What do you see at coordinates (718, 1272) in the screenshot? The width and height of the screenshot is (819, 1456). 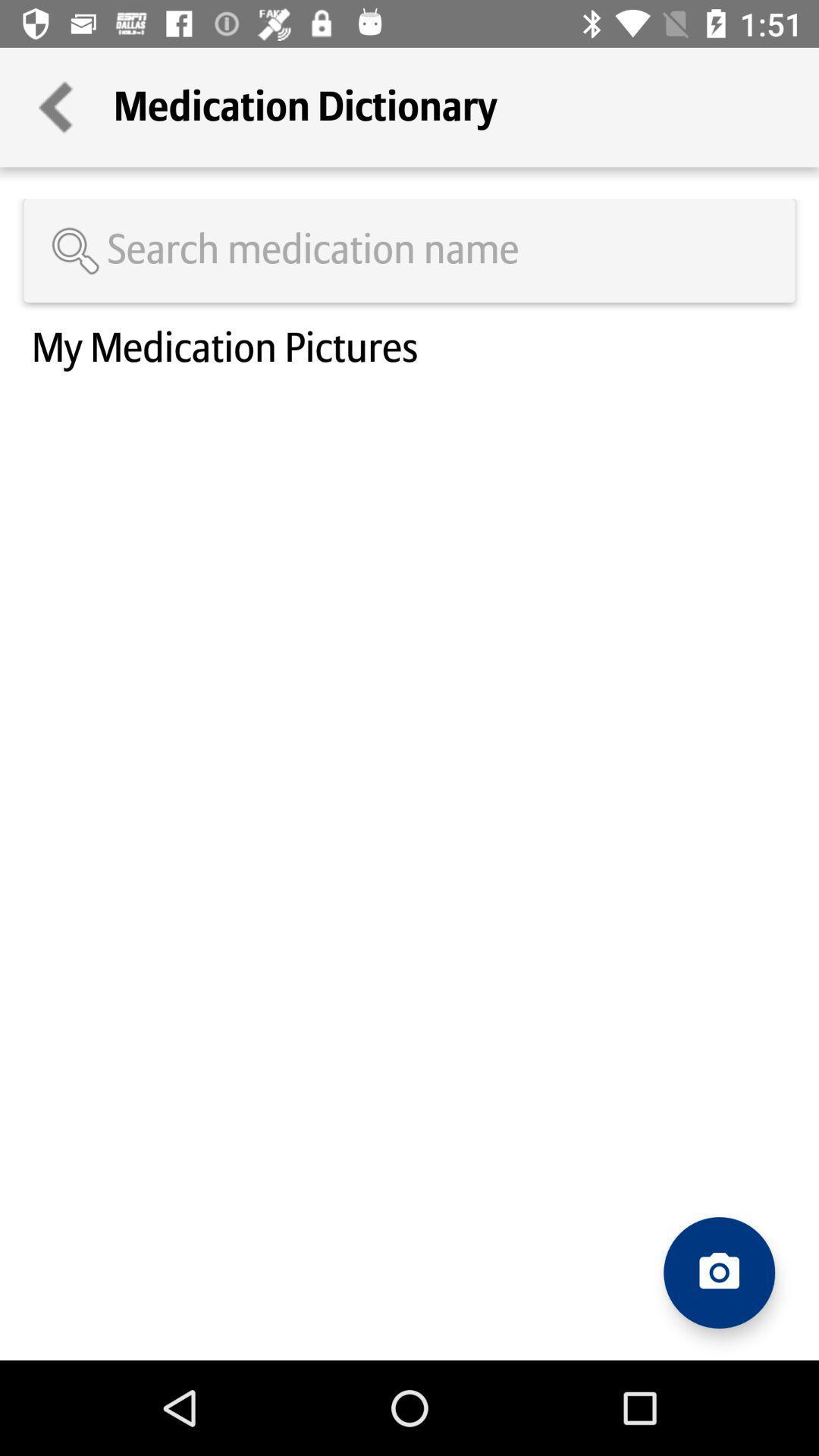 I see `take a photo` at bounding box center [718, 1272].